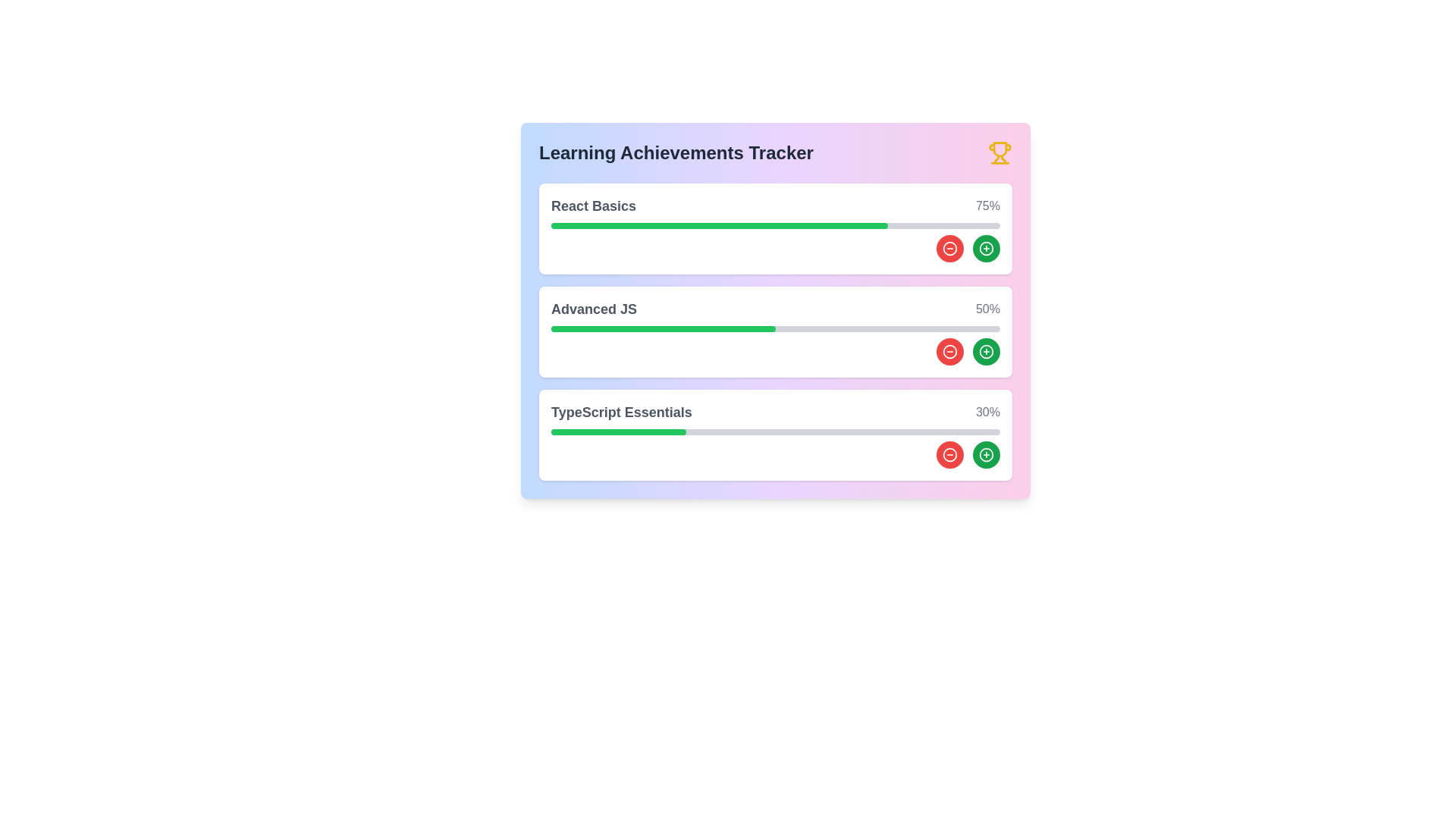 The width and height of the screenshot is (1456, 819). Describe the element at coordinates (949, 351) in the screenshot. I see `the red circular minus icon button located in the middle of the second row labeled 'Advanced JS' for accessibility purposes` at that location.